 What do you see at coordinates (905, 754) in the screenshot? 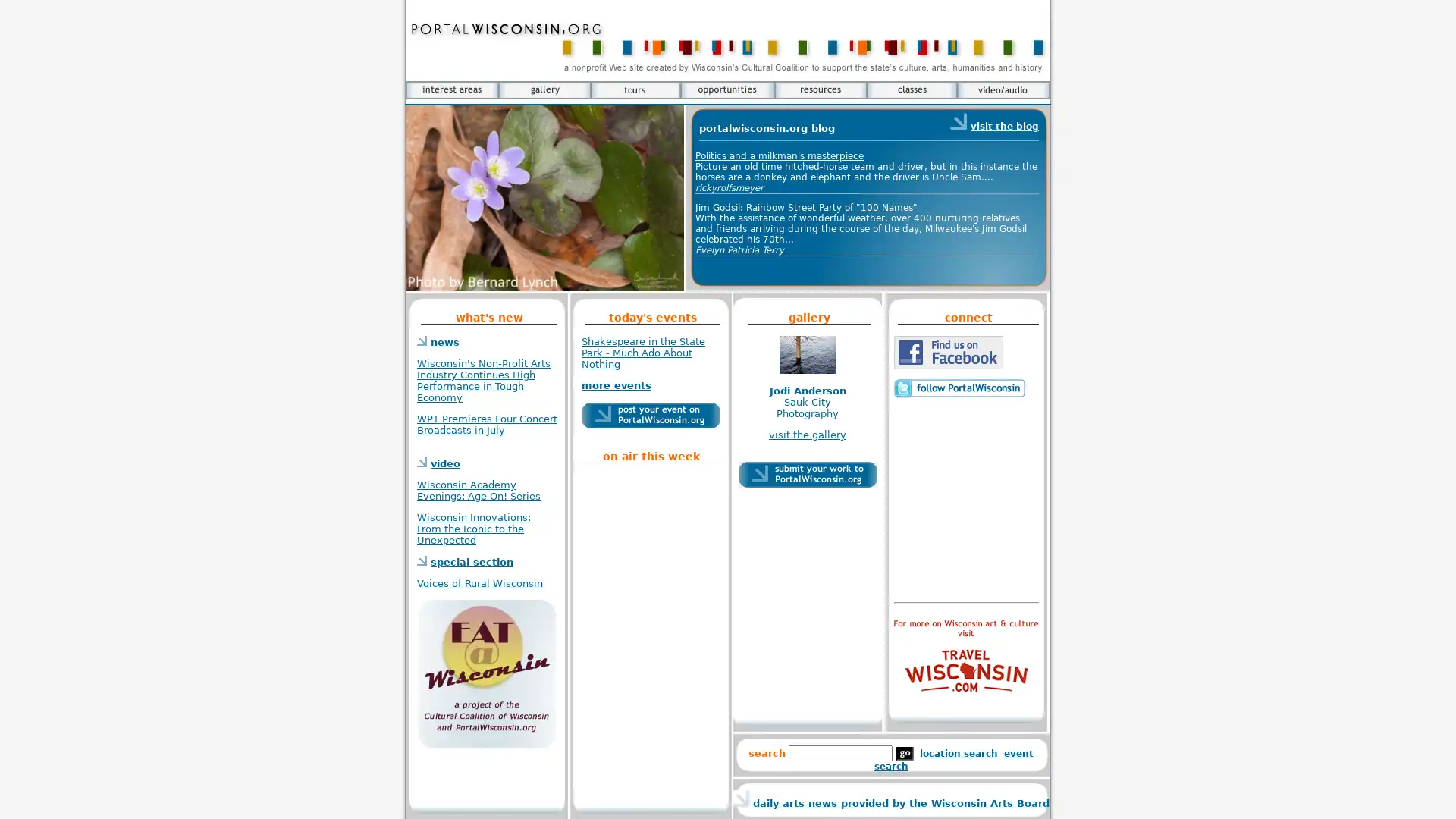
I see `go` at bounding box center [905, 754].